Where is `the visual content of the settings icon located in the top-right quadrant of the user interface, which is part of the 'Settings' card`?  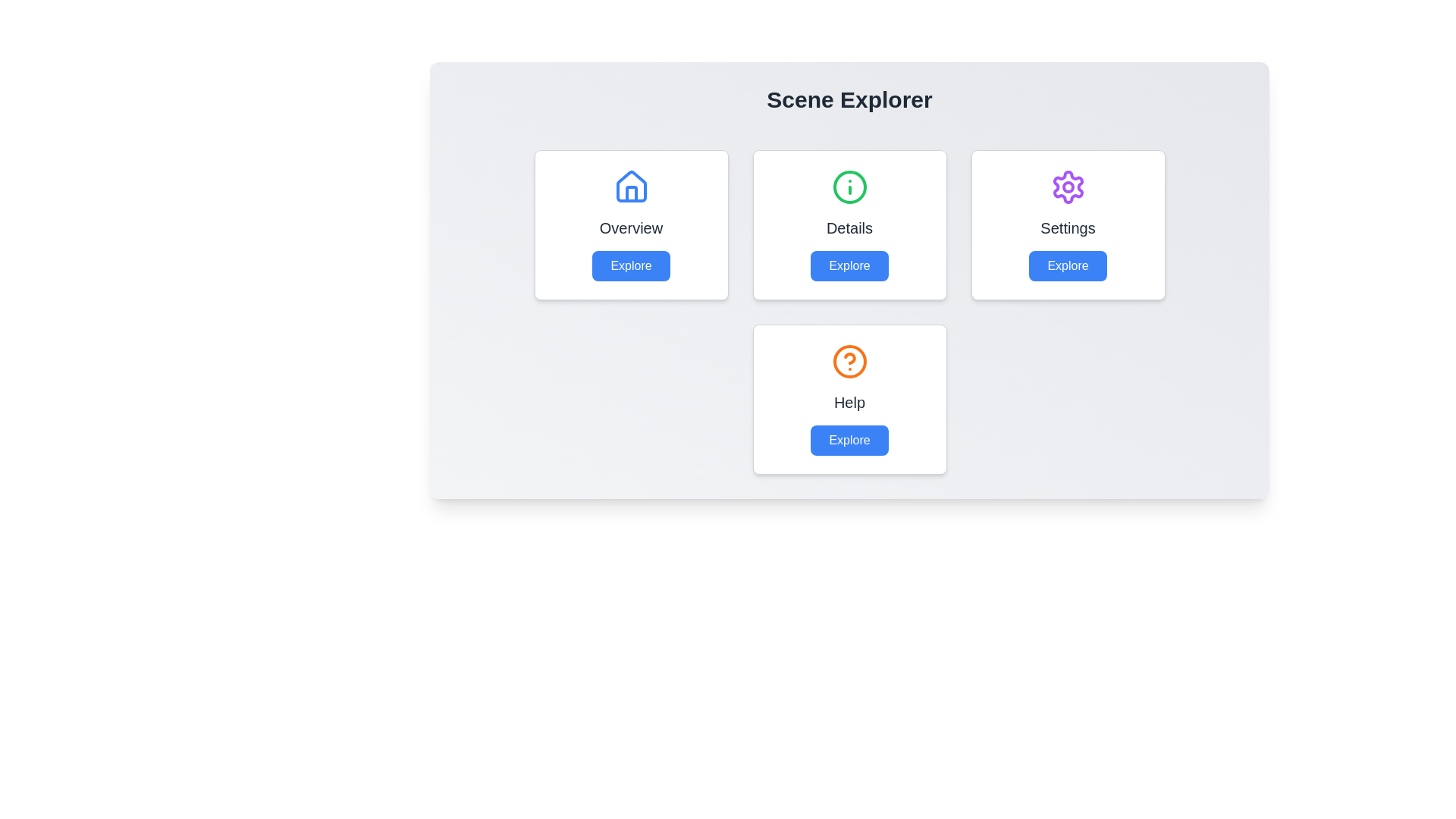
the visual content of the settings icon located in the top-right quadrant of the user interface, which is part of the 'Settings' card is located at coordinates (1067, 186).